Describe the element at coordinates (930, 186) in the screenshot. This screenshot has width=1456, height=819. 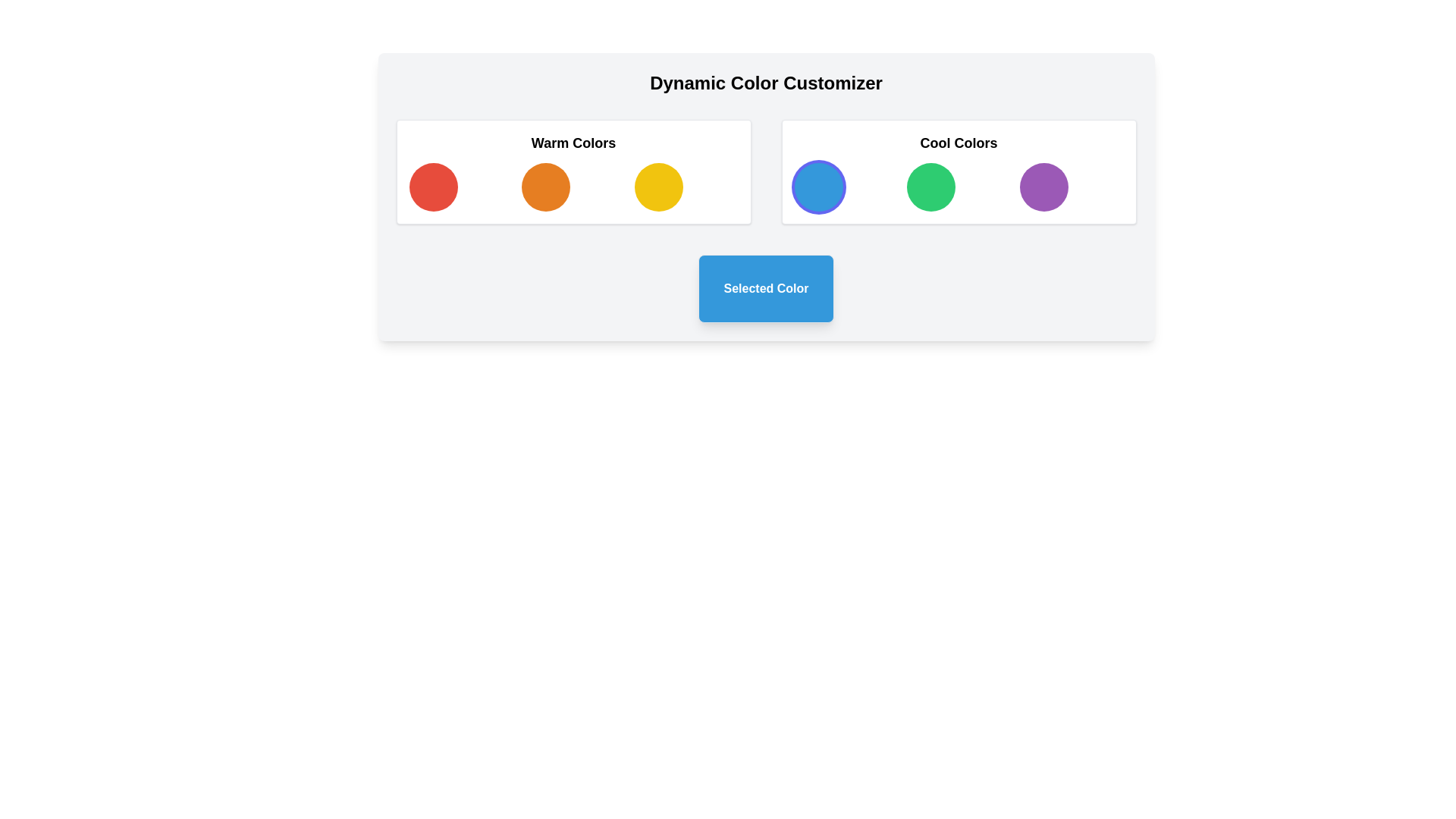
I see `the second circular button in the 'Cool Colors' section` at that location.